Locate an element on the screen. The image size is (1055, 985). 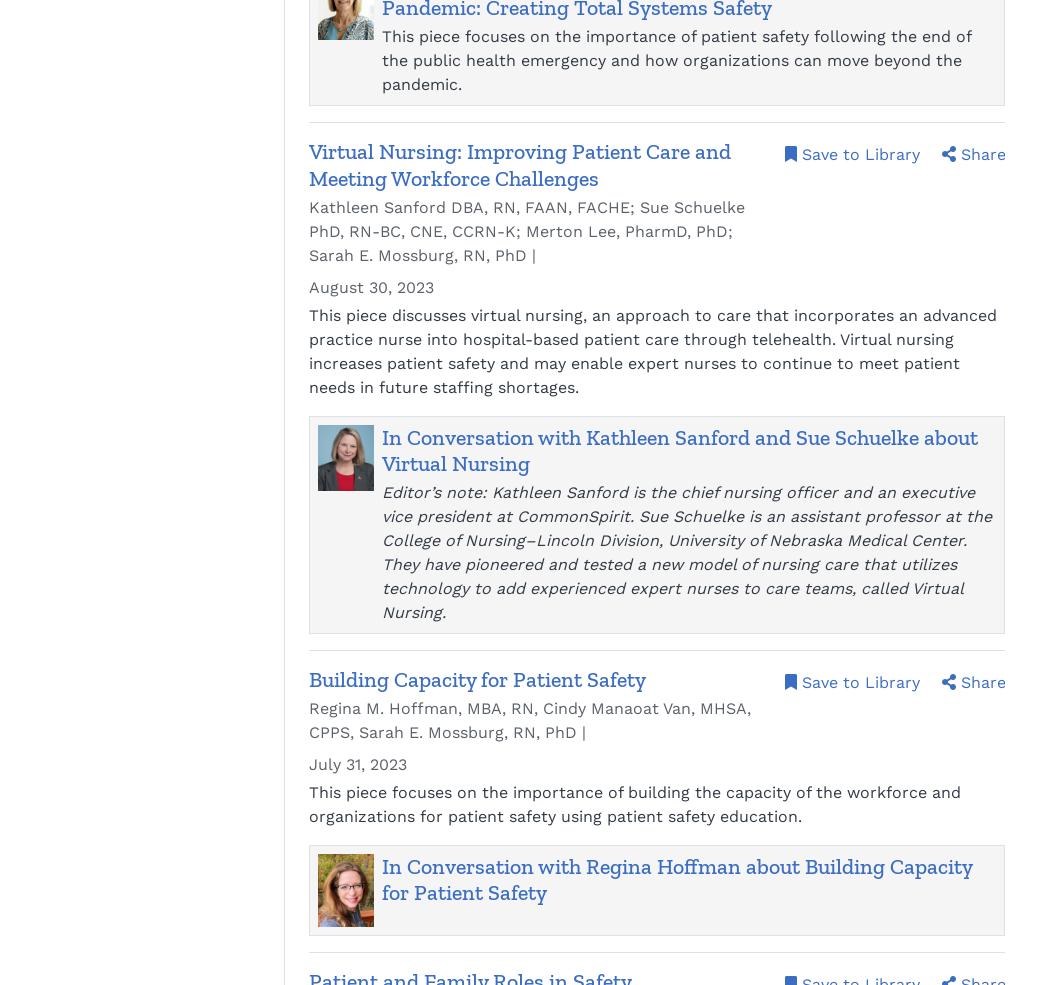
'Building Capacity for Patient Safety' is located at coordinates (477, 677).